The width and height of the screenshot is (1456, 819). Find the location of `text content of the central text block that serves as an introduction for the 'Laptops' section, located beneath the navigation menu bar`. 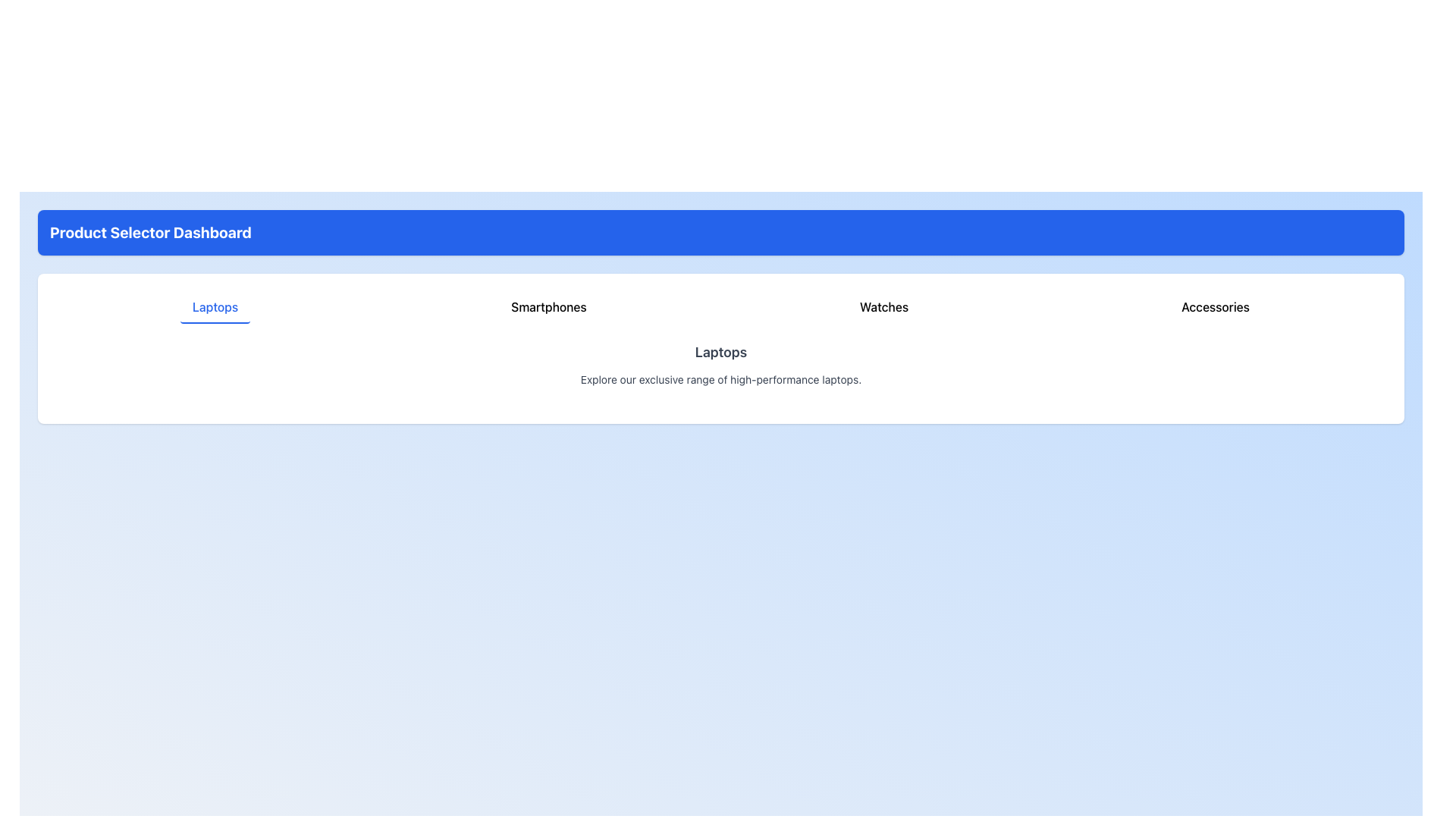

text content of the central text block that serves as an introduction for the 'Laptops' section, located beneath the navigation menu bar is located at coordinates (720, 365).